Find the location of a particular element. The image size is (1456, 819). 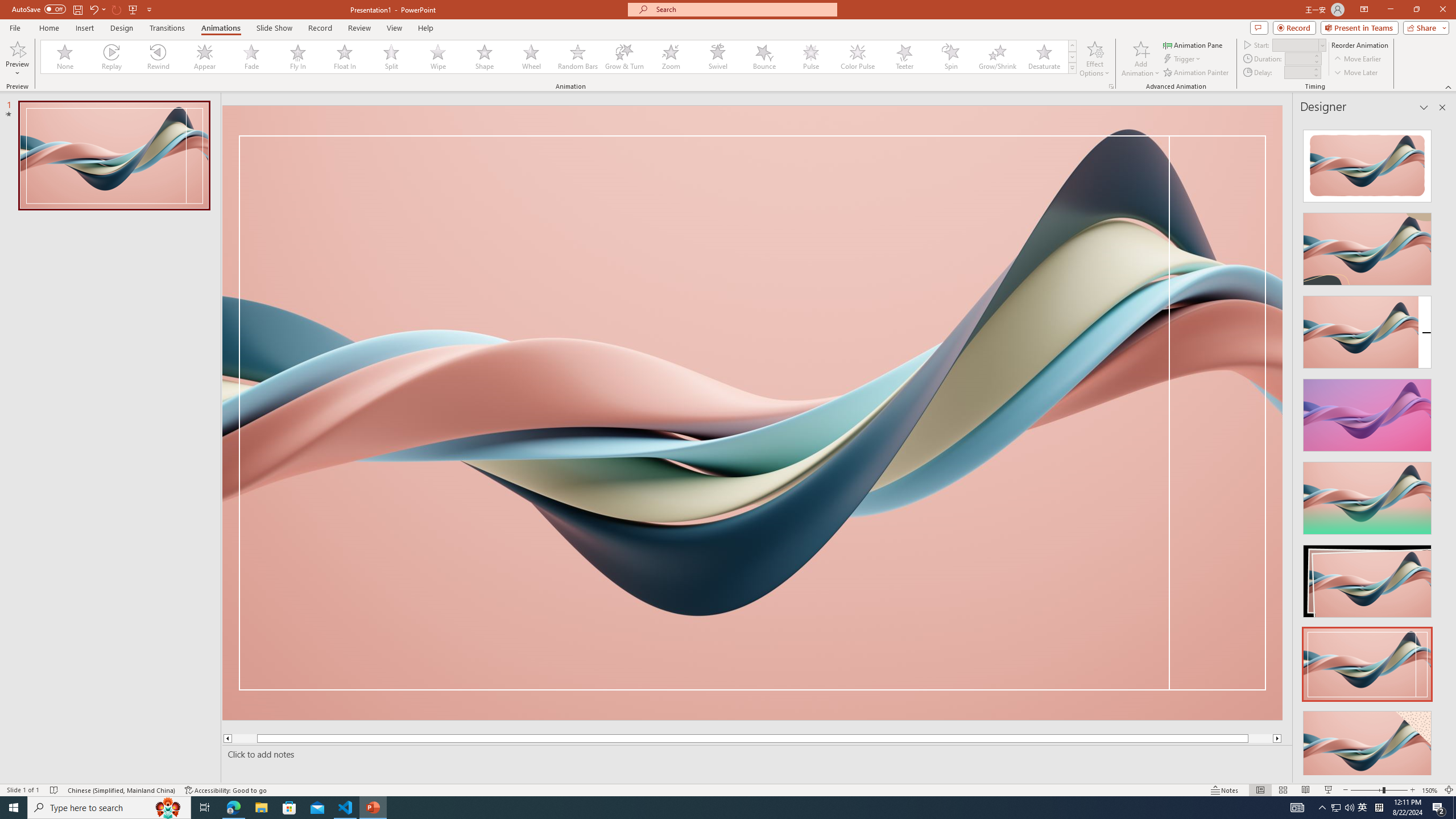

'Bounce' is located at coordinates (764, 56).